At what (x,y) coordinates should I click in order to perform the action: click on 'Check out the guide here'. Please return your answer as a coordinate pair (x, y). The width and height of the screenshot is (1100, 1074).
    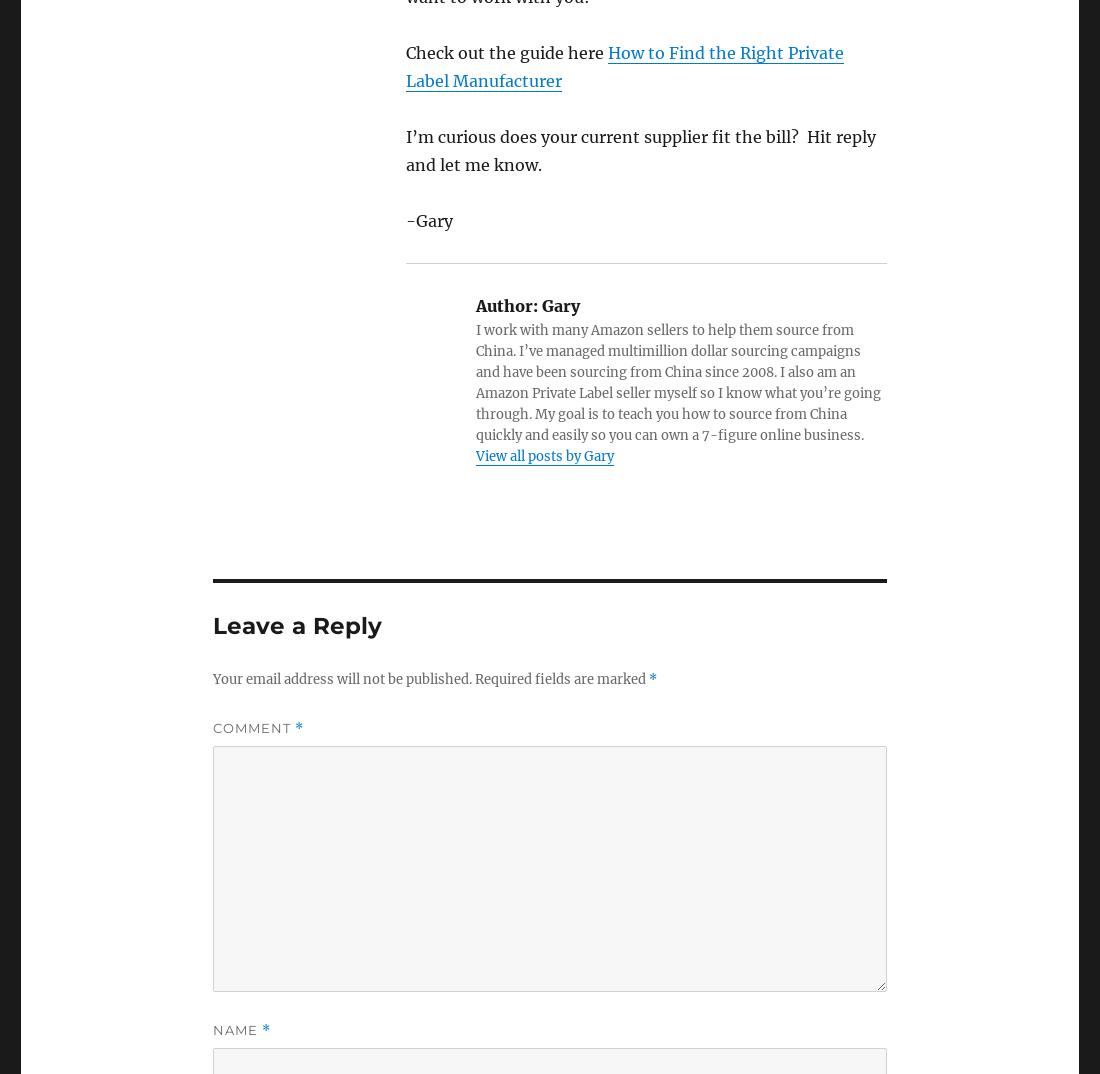
    Looking at the image, I should click on (405, 50).